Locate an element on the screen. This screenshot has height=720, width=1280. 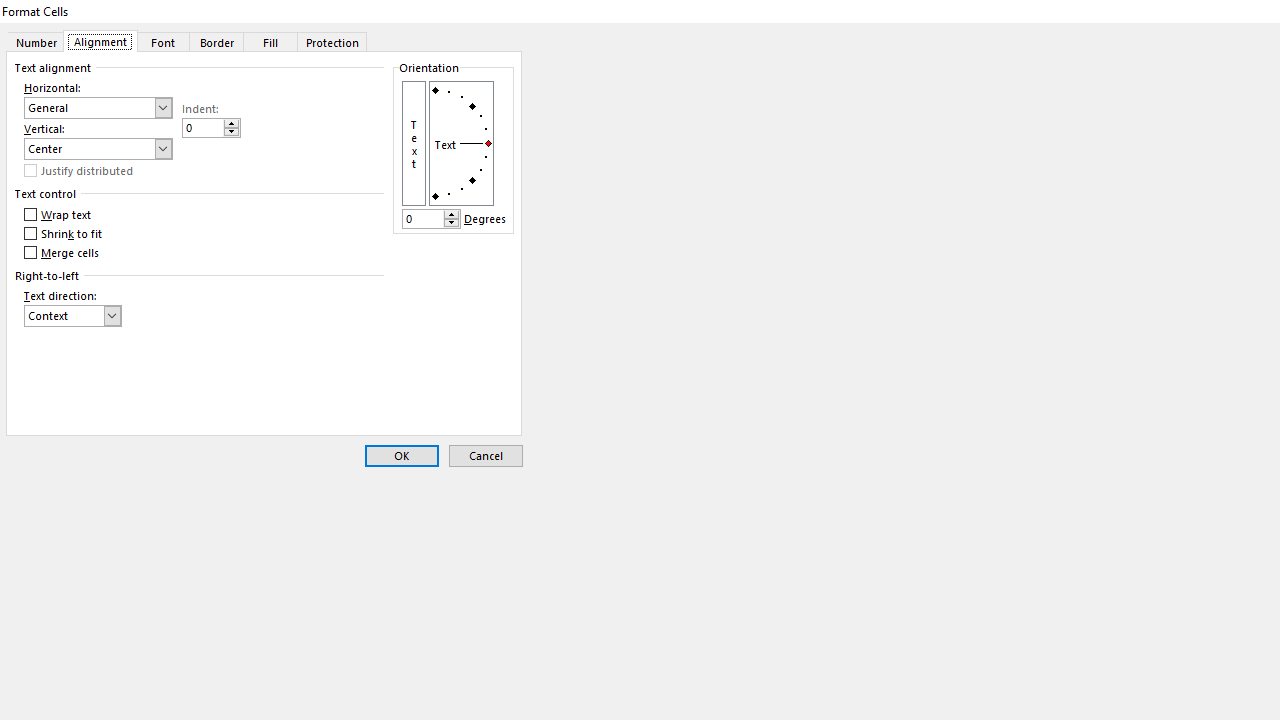
'Justify distributed' is located at coordinates (80, 170).